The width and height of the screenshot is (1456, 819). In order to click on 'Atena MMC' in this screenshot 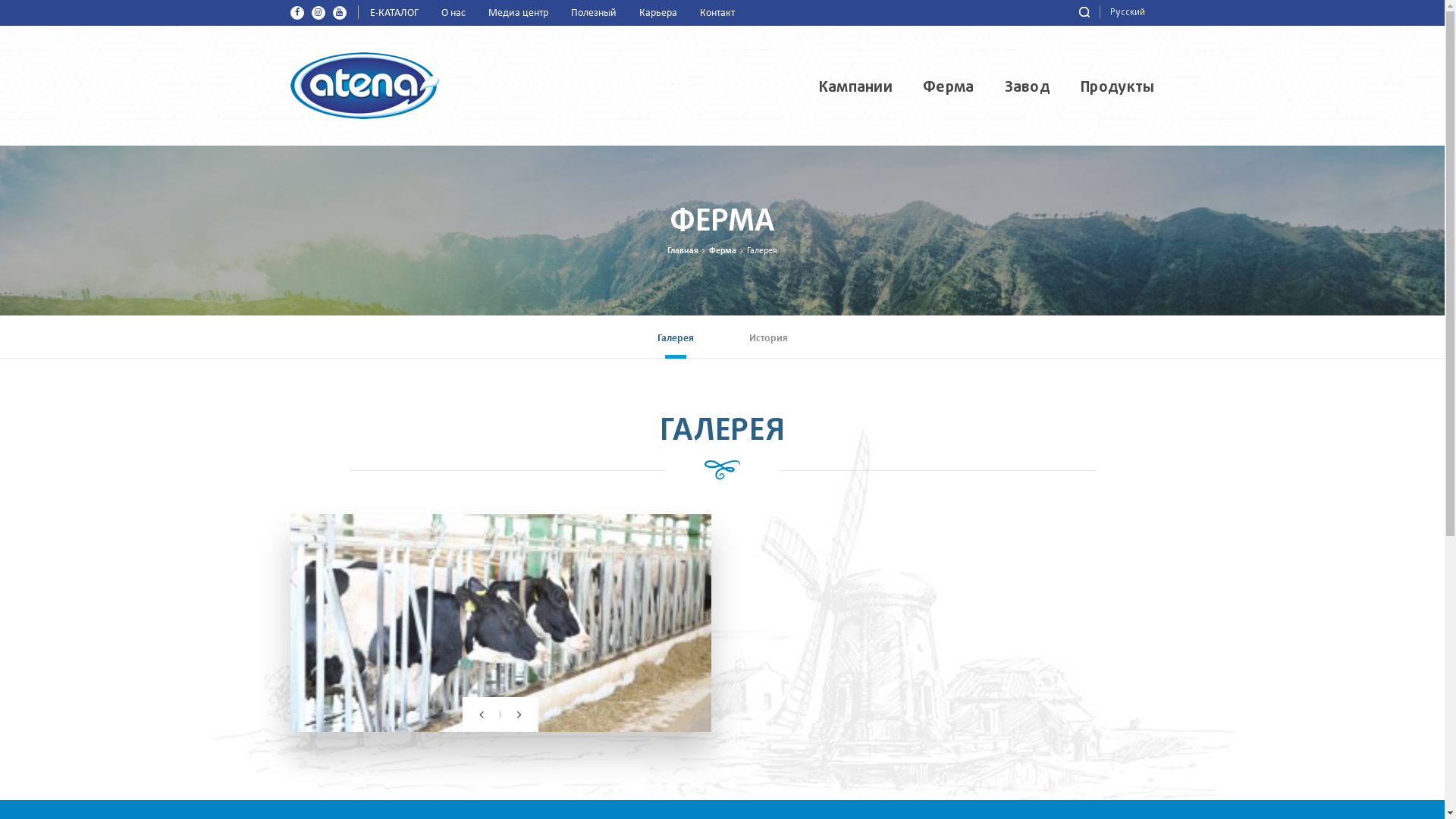, I will do `click(364, 84)`.